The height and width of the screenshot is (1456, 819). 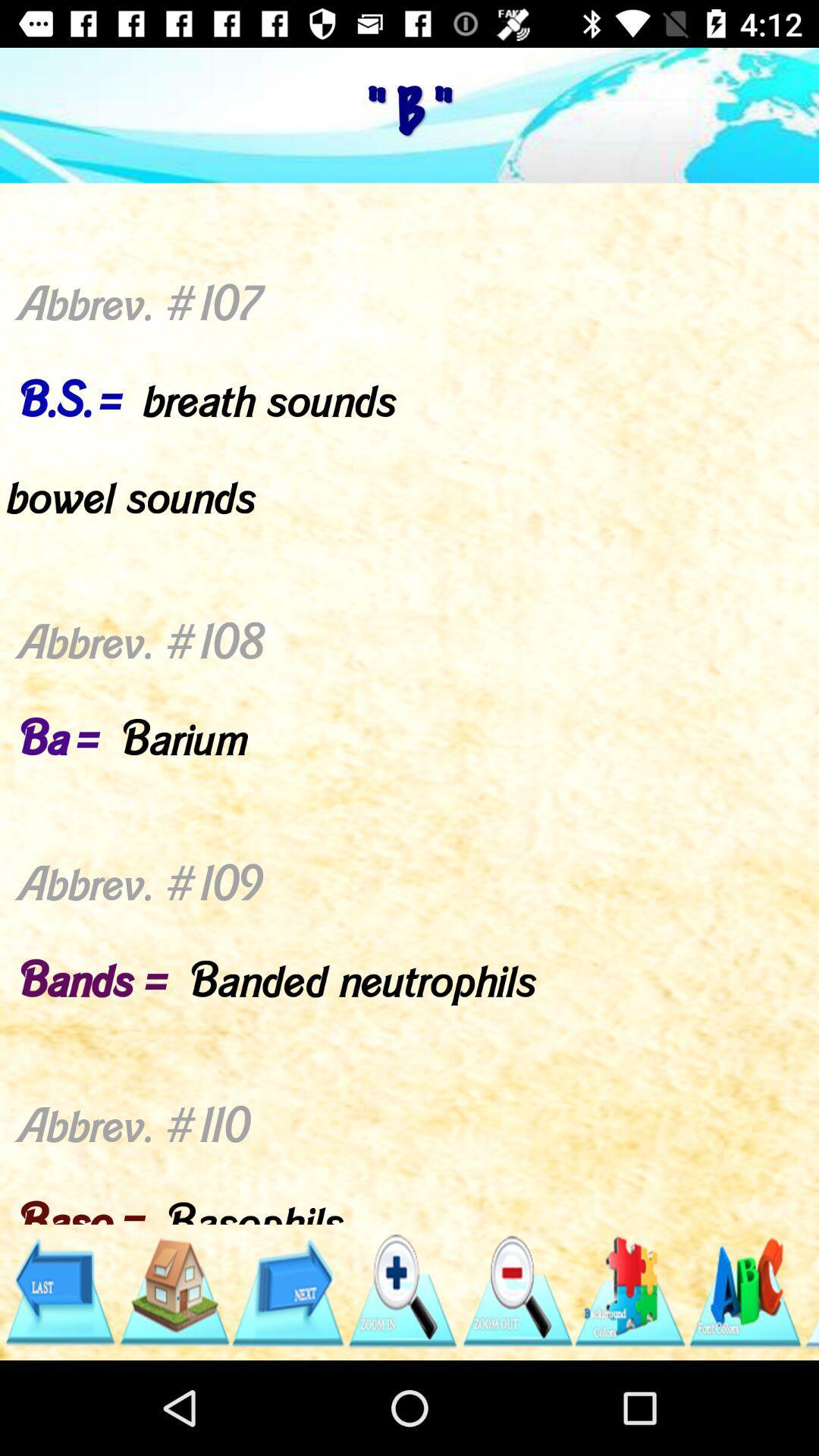 I want to click on zoom out, so click(x=516, y=1291).